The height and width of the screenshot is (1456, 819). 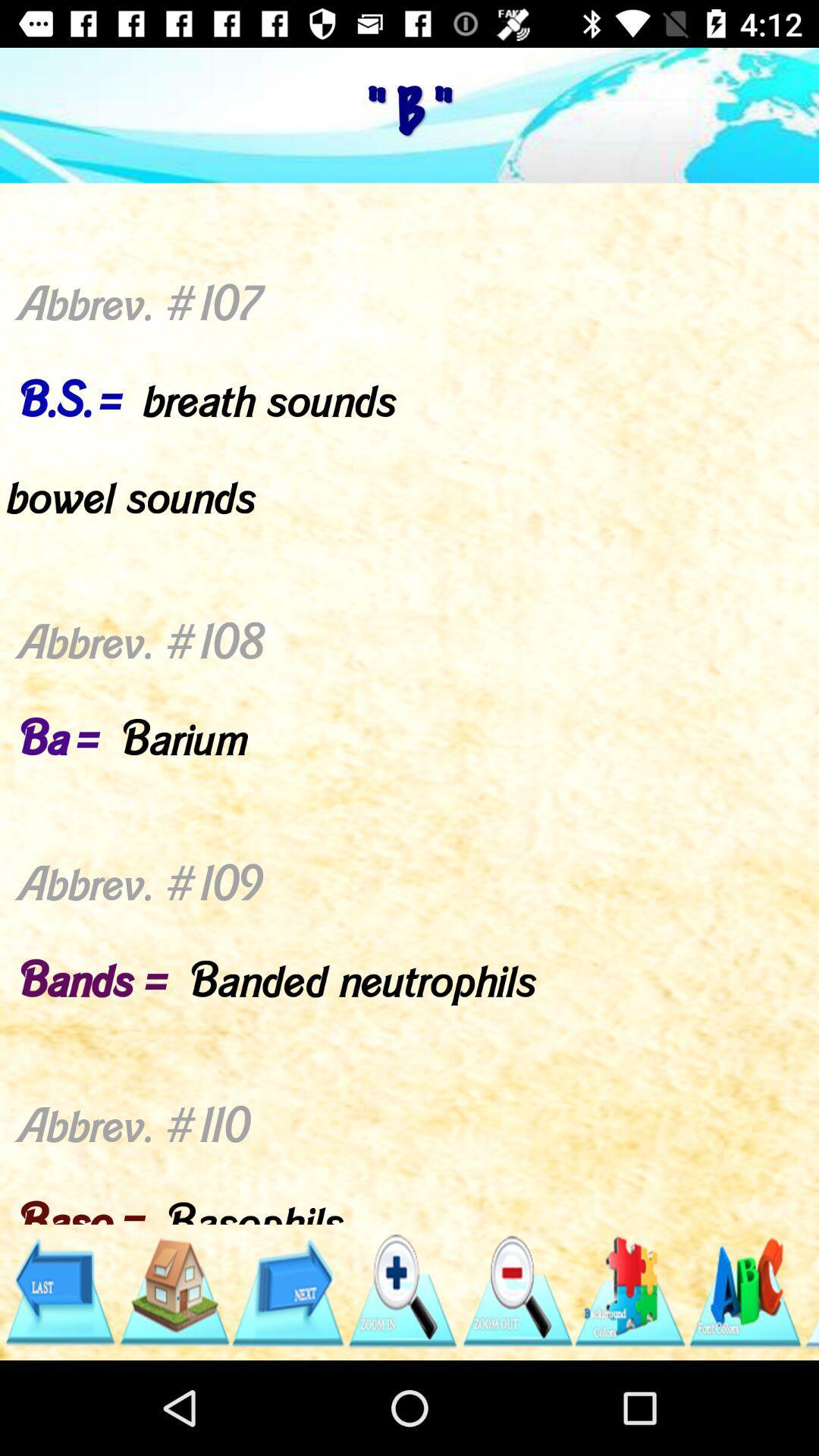 I want to click on zoom out, so click(x=516, y=1291).